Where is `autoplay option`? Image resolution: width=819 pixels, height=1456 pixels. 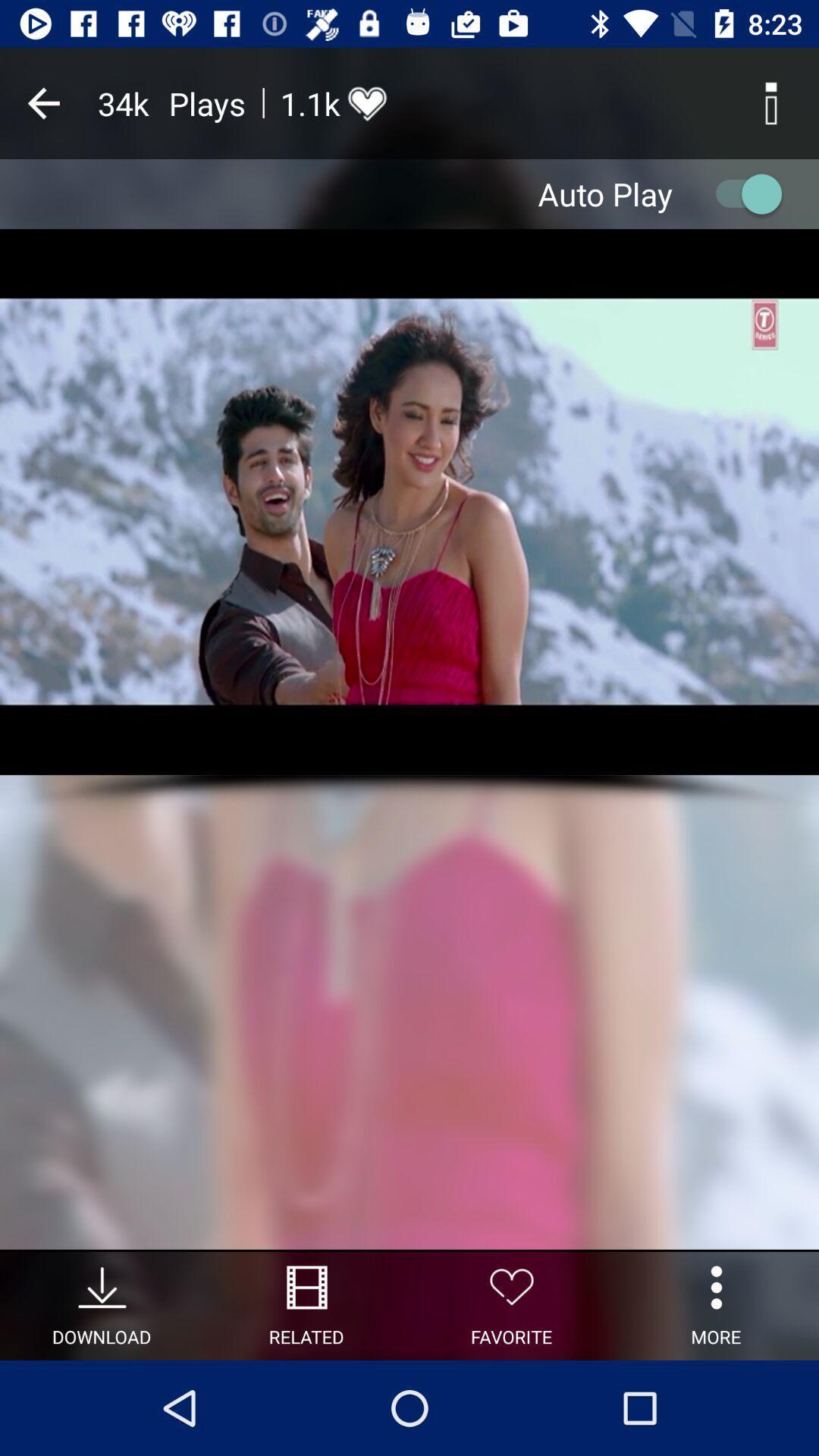
autoplay option is located at coordinates (741, 193).